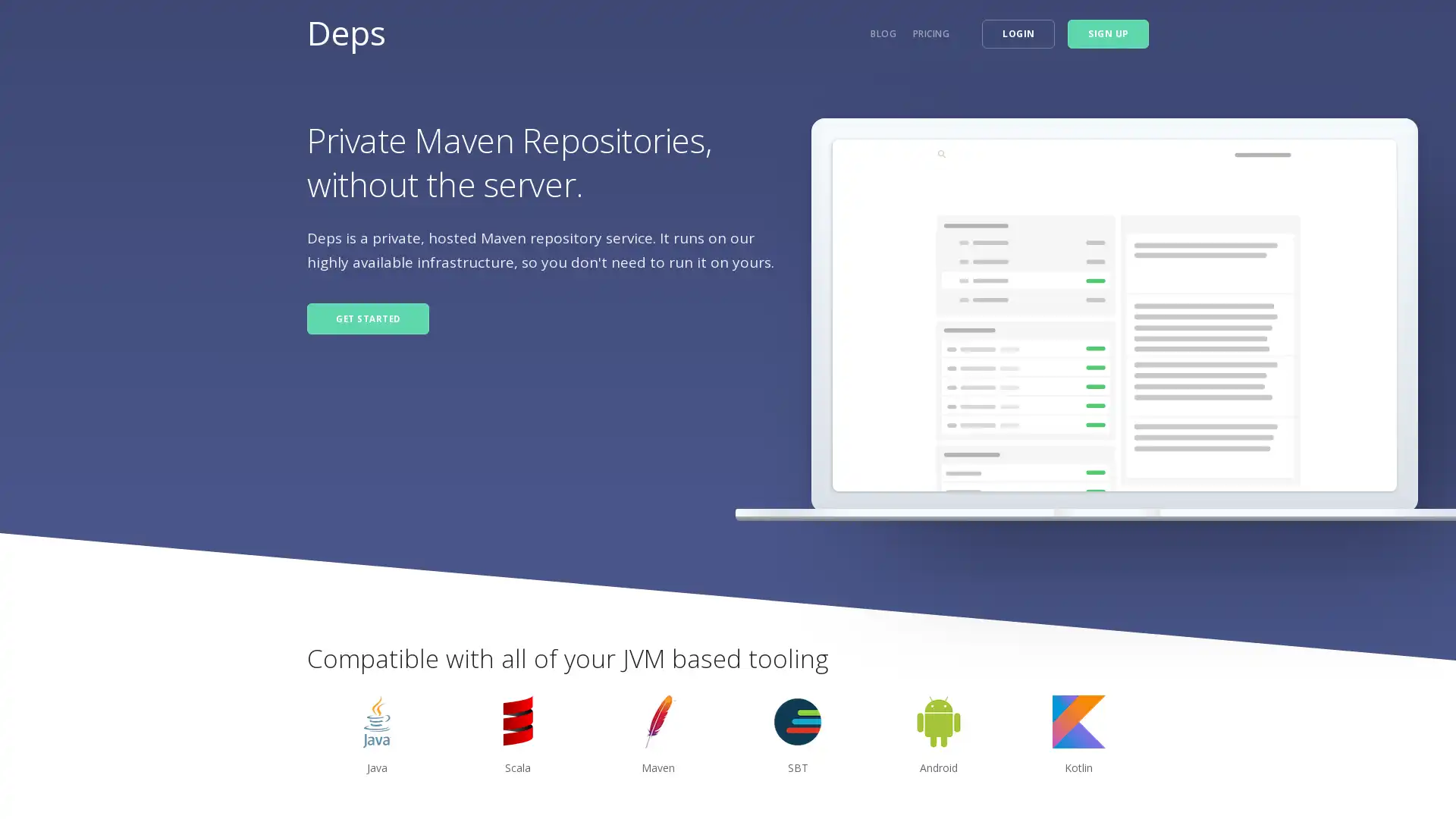 This screenshot has height=819, width=1456. What do you see at coordinates (1134, 736) in the screenshot?
I see `next` at bounding box center [1134, 736].